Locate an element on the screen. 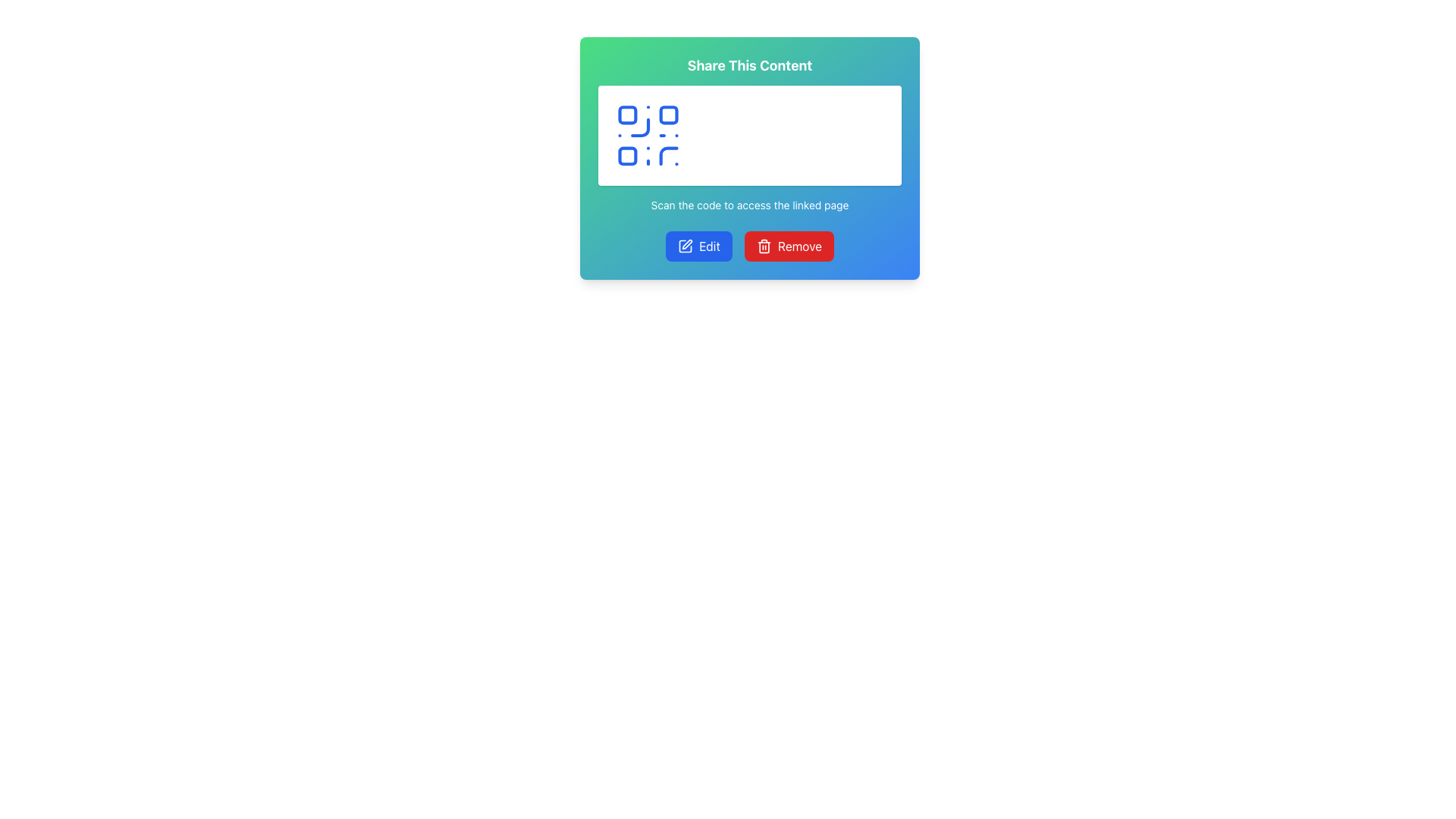  the text label that says 'Scan the code is located at coordinates (749, 205).